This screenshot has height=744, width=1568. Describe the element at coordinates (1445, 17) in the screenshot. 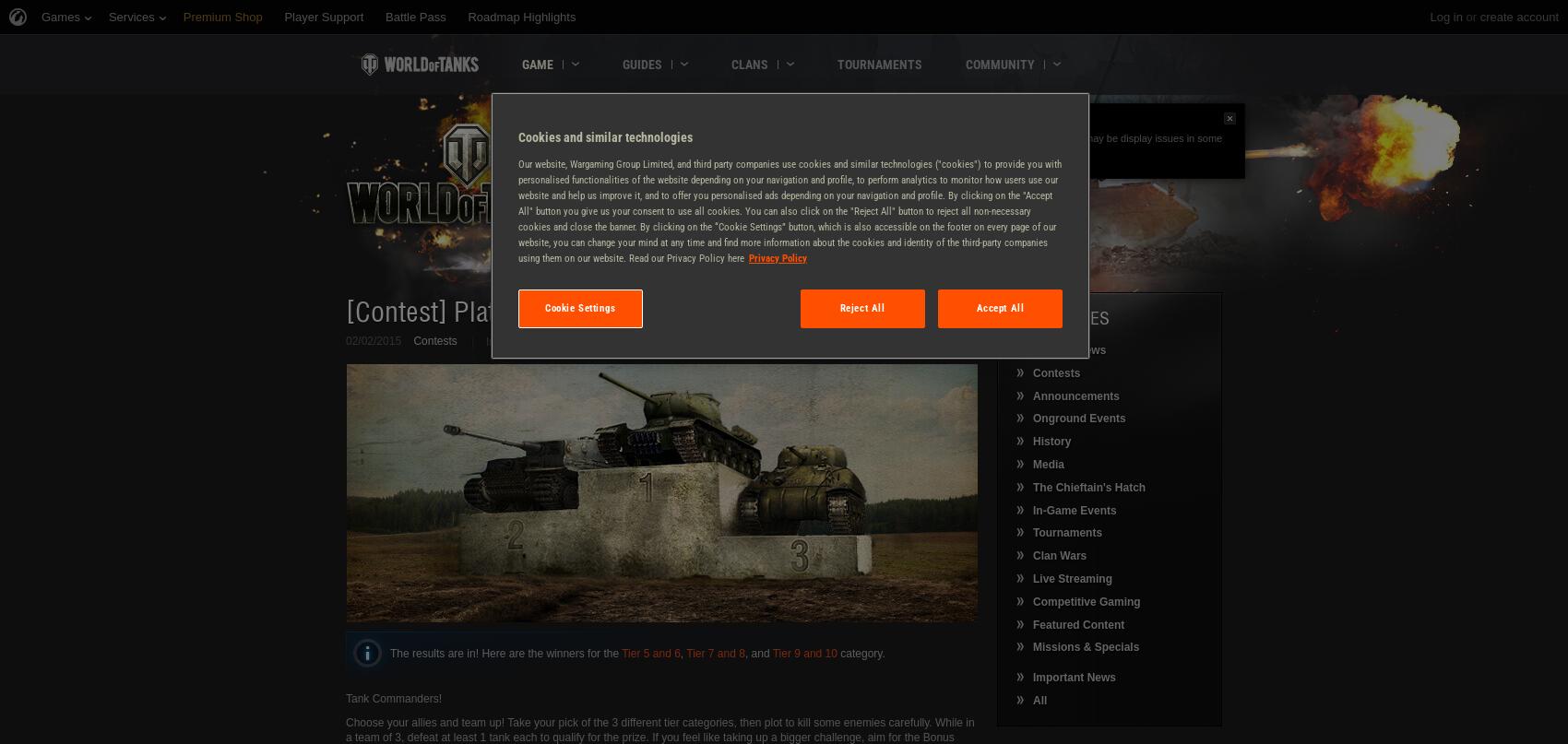

I see `'Log in'` at that location.